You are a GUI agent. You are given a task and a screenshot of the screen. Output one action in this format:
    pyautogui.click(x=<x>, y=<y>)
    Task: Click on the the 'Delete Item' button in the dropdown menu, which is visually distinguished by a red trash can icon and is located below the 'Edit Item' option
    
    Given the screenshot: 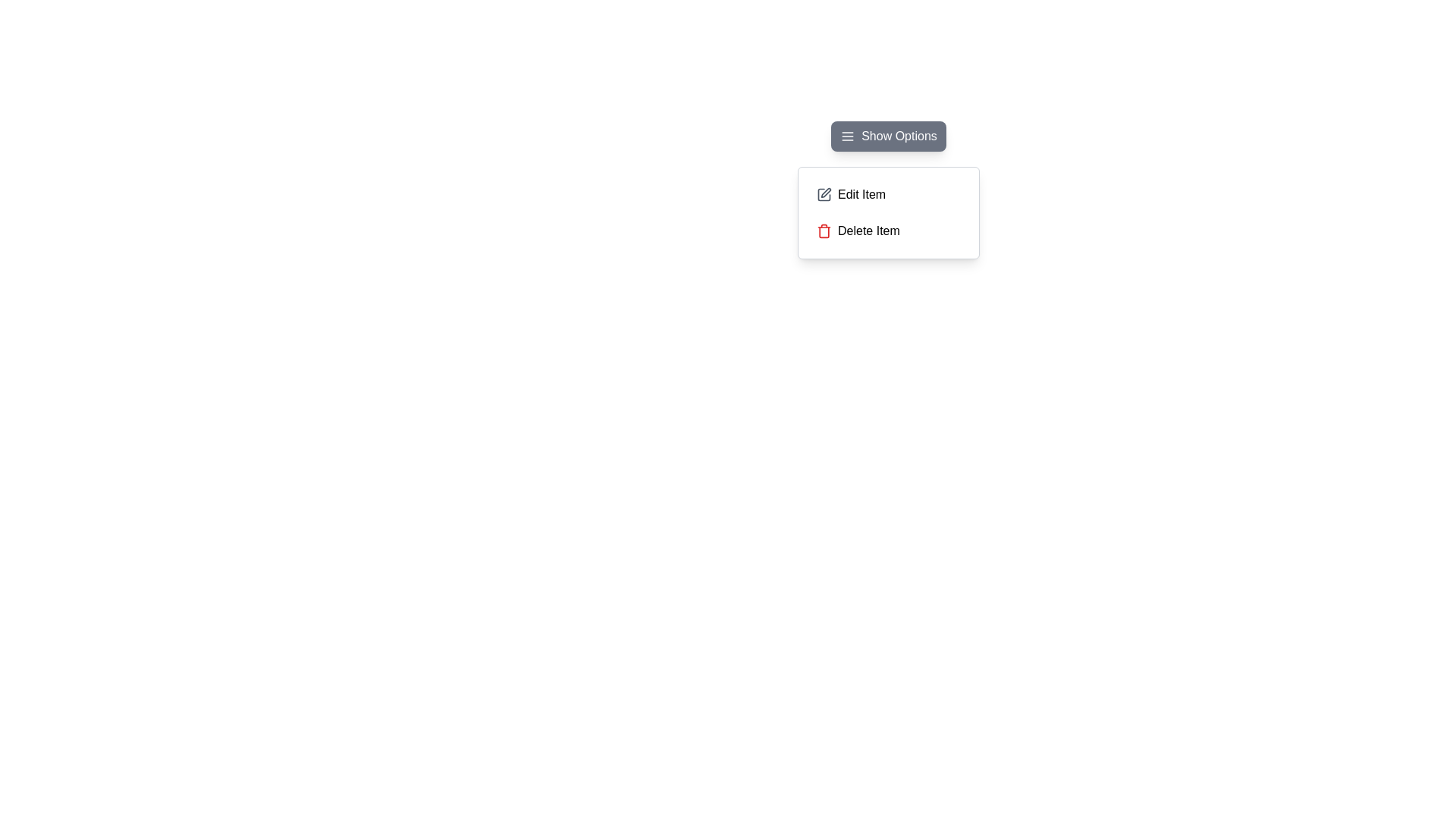 What is the action you would take?
    pyautogui.click(x=888, y=231)
    